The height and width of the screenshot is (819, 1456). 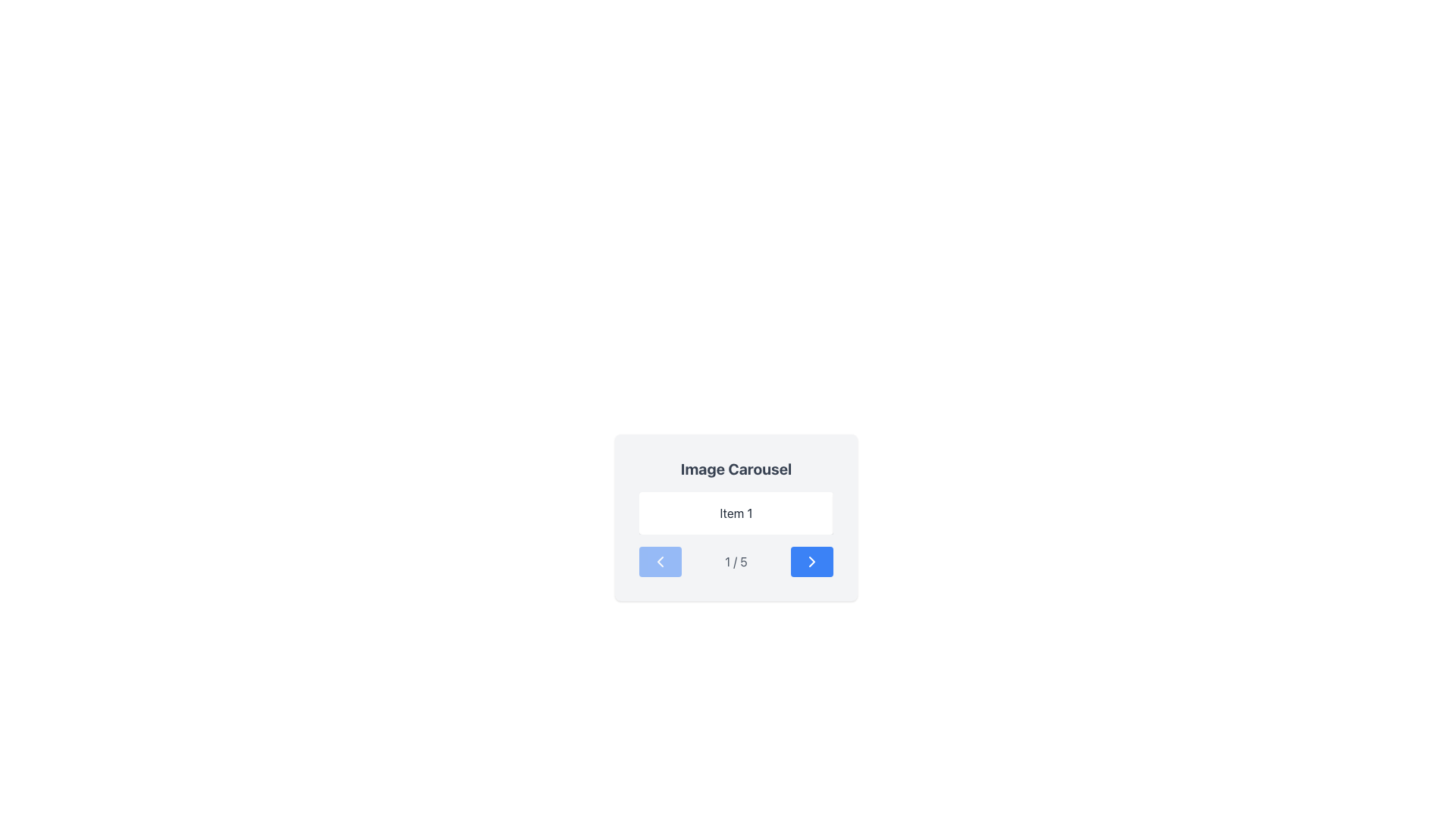 What do you see at coordinates (736, 468) in the screenshot?
I see `the Header Text element displaying 'Image Carousel', which is styled in bold with a larger font size and is prominently positioned at the top of a light-gray card` at bounding box center [736, 468].